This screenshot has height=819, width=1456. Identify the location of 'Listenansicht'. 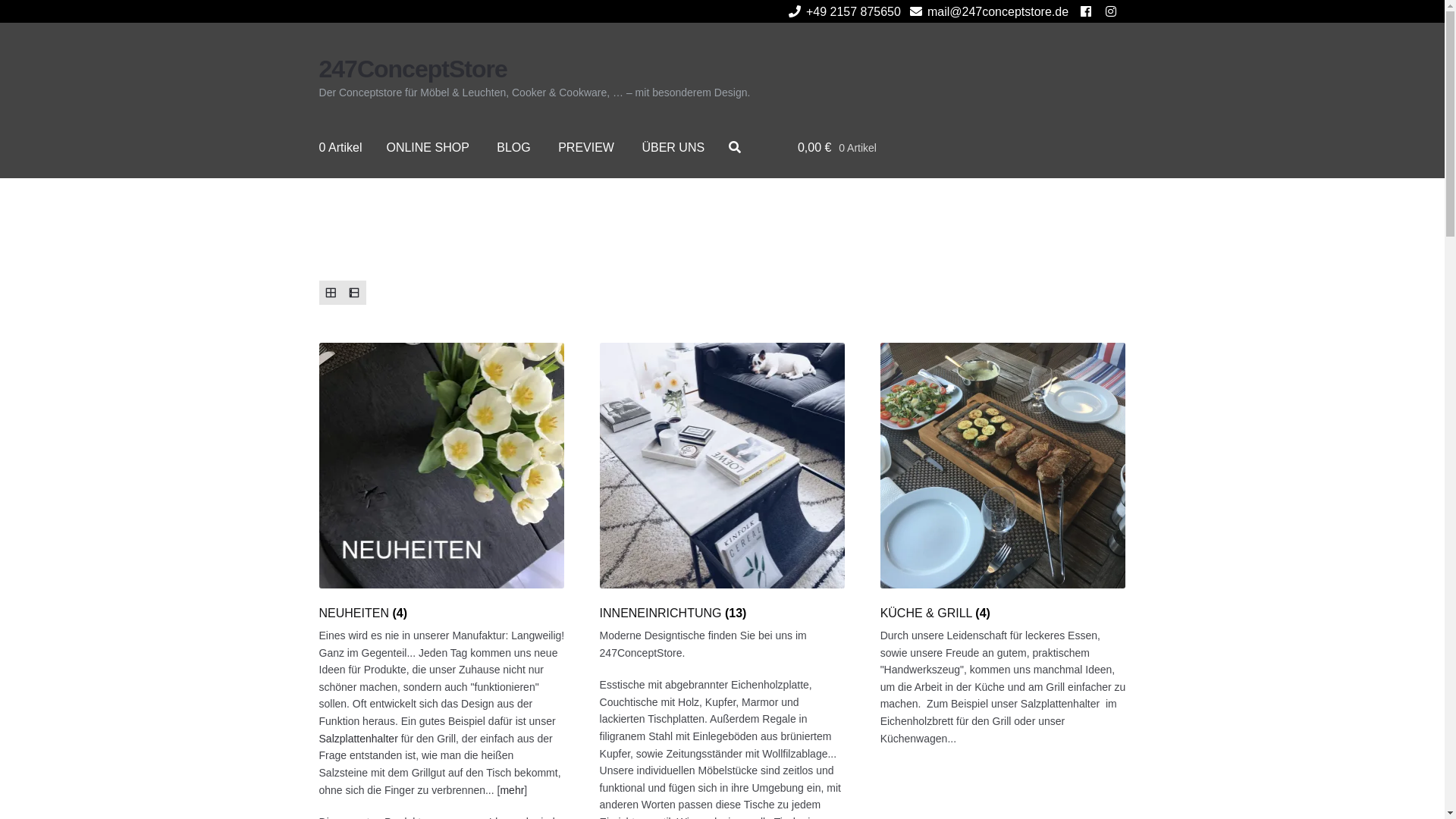
(353, 292).